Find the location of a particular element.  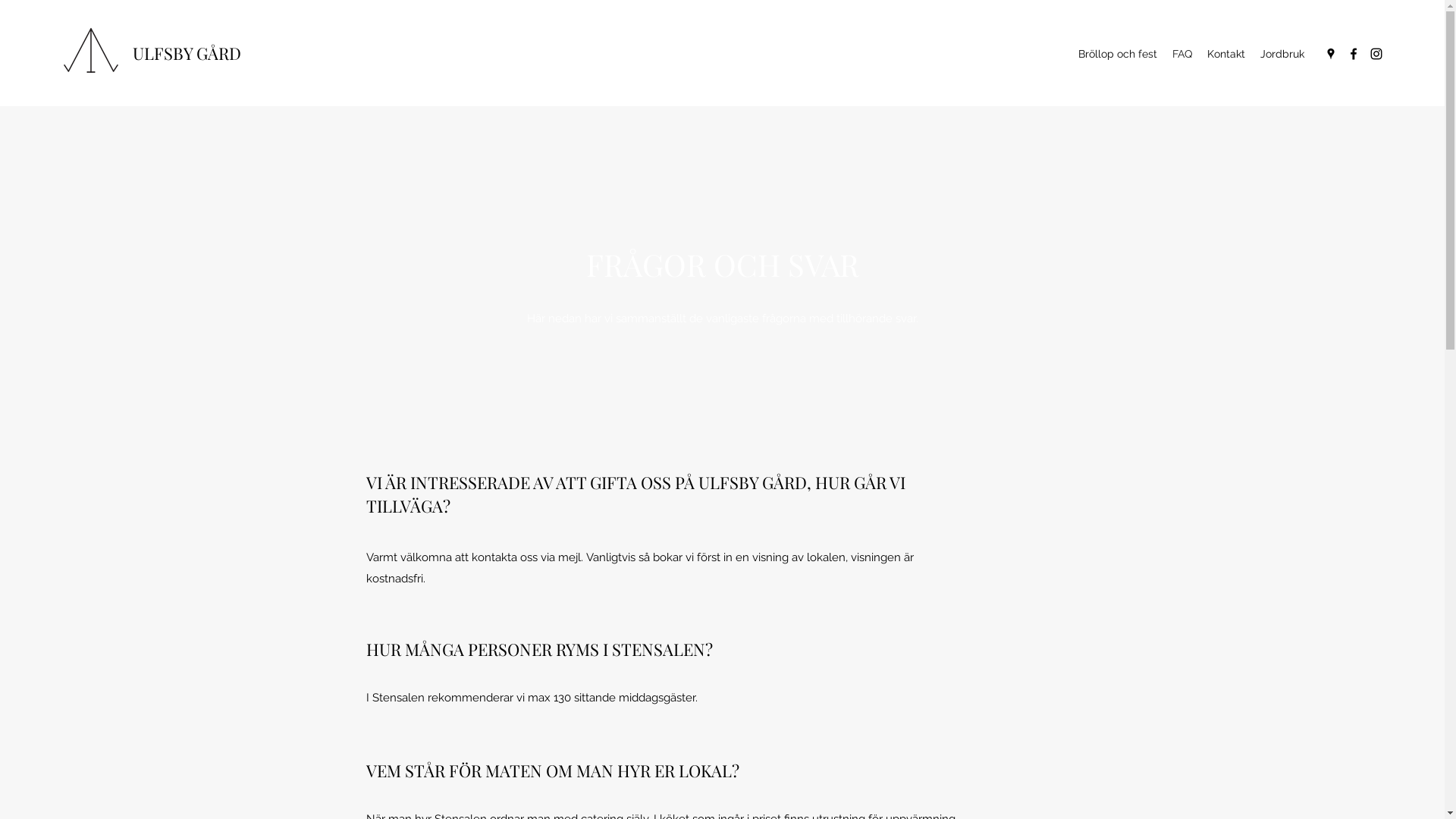

'Kontakt' is located at coordinates (1226, 52).